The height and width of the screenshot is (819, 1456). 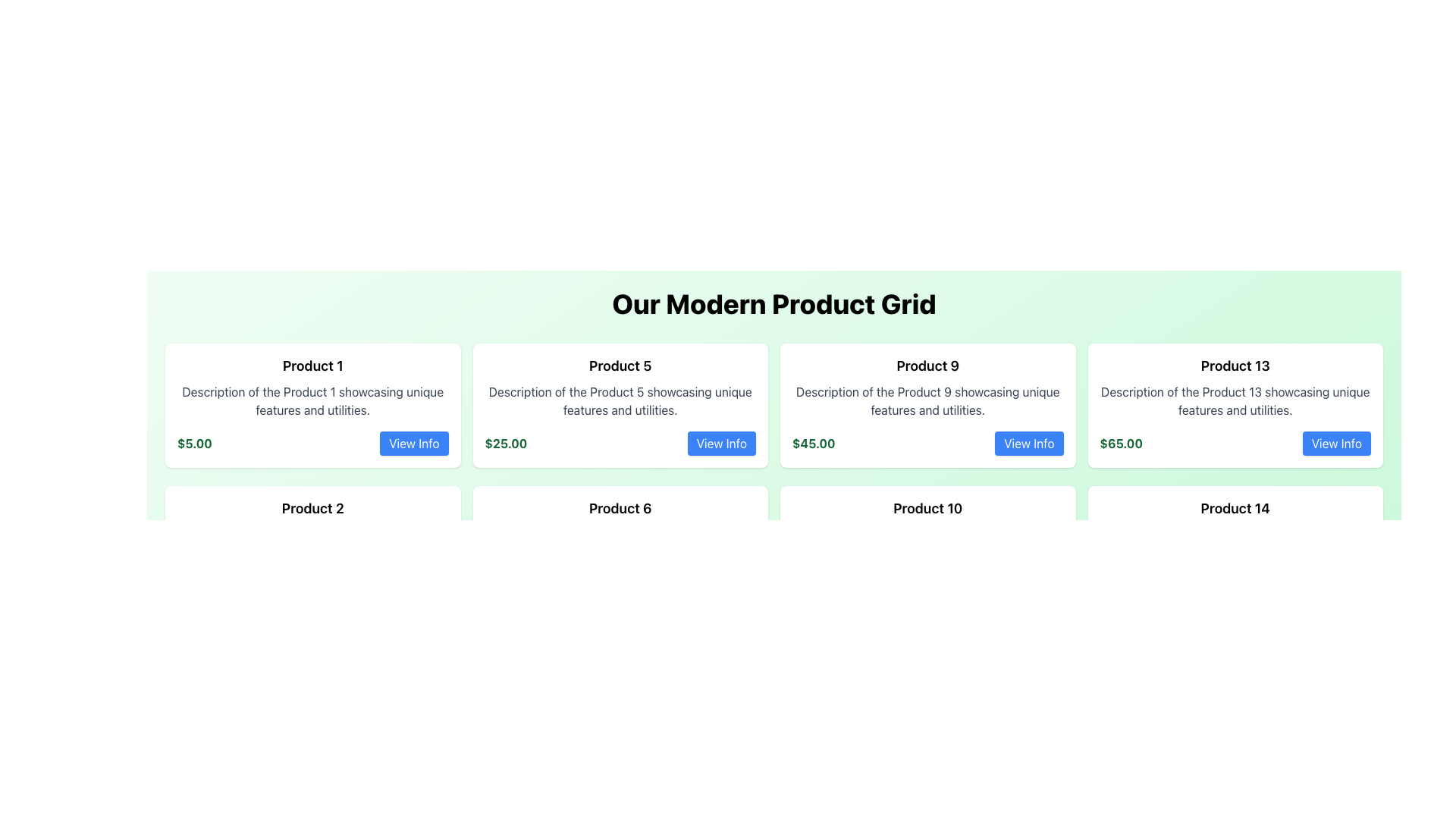 What do you see at coordinates (414, 444) in the screenshot?
I see `the blue rectangular button labeled 'View Info' located in the bottom-right corner of the first product card in the 'Our Modern Product Grid' section` at bounding box center [414, 444].